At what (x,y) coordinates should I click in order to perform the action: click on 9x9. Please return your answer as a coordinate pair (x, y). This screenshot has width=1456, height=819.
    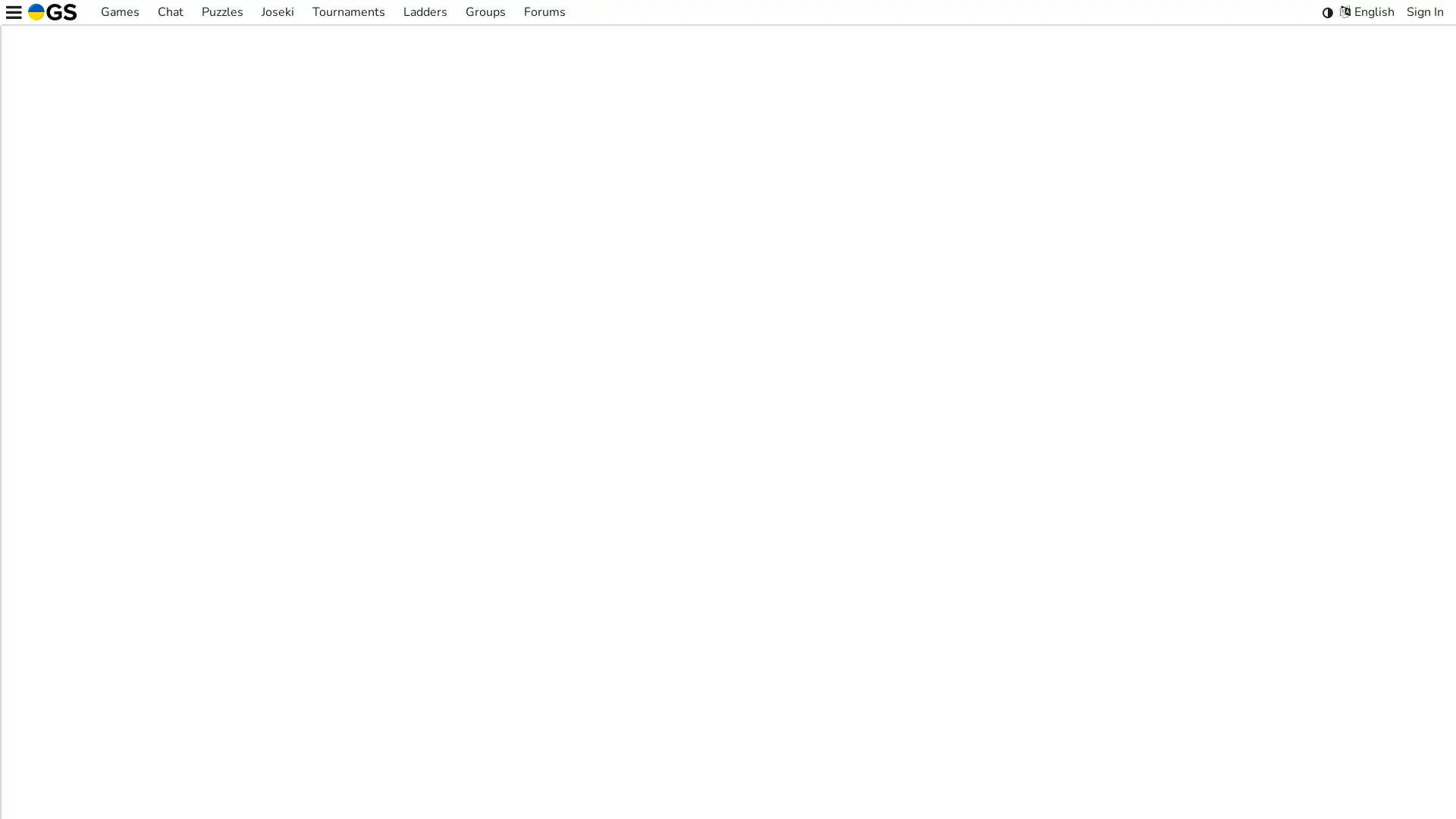
    Looking at the image, I should click on (640, 598).